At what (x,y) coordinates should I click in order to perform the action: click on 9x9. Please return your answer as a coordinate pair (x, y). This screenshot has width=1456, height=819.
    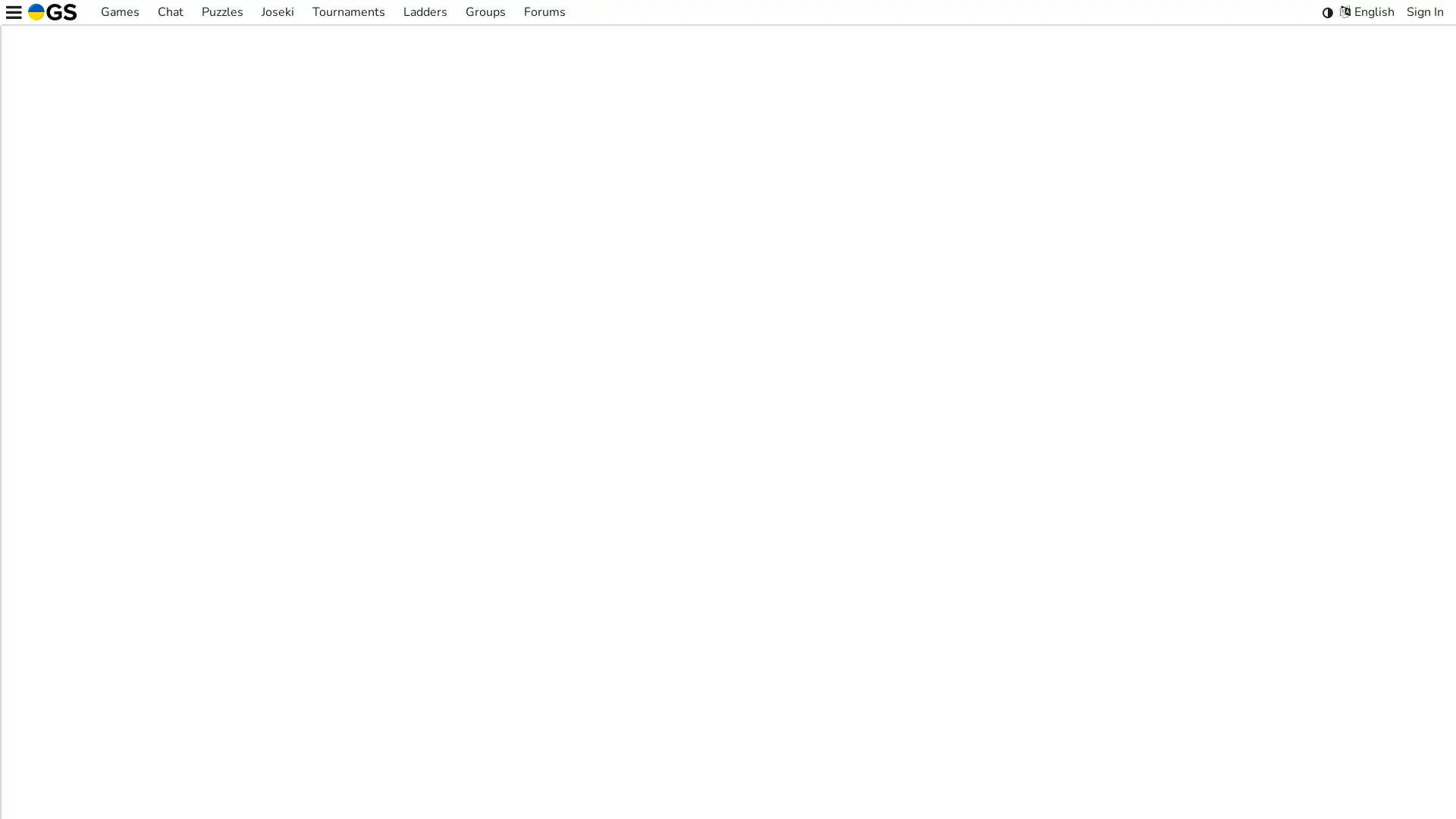
    Looking at the image, I should click on (640, 598).